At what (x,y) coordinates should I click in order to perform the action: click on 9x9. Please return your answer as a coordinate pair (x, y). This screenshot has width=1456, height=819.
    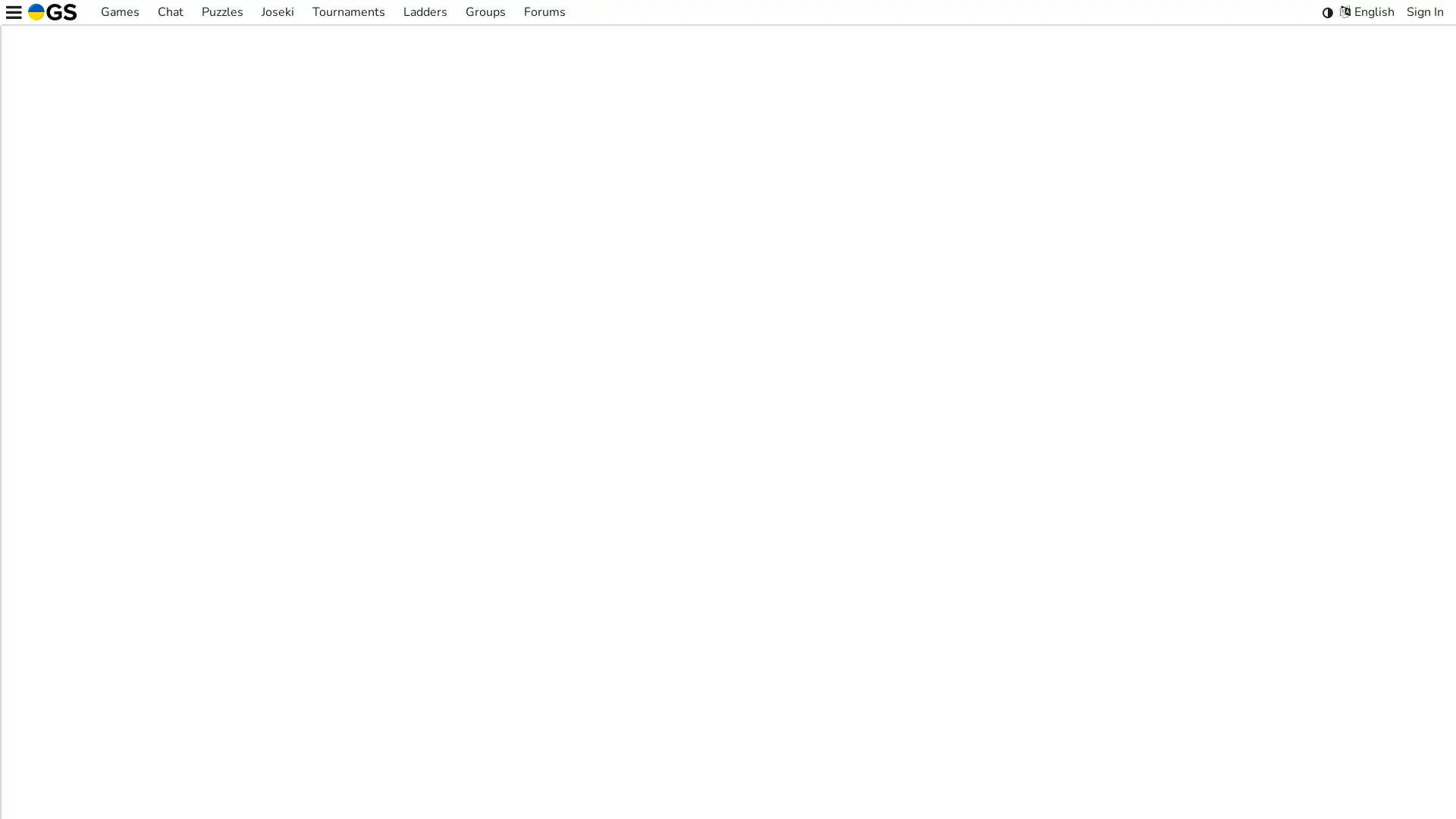
    Looking at the image, I should click on (640, 598).